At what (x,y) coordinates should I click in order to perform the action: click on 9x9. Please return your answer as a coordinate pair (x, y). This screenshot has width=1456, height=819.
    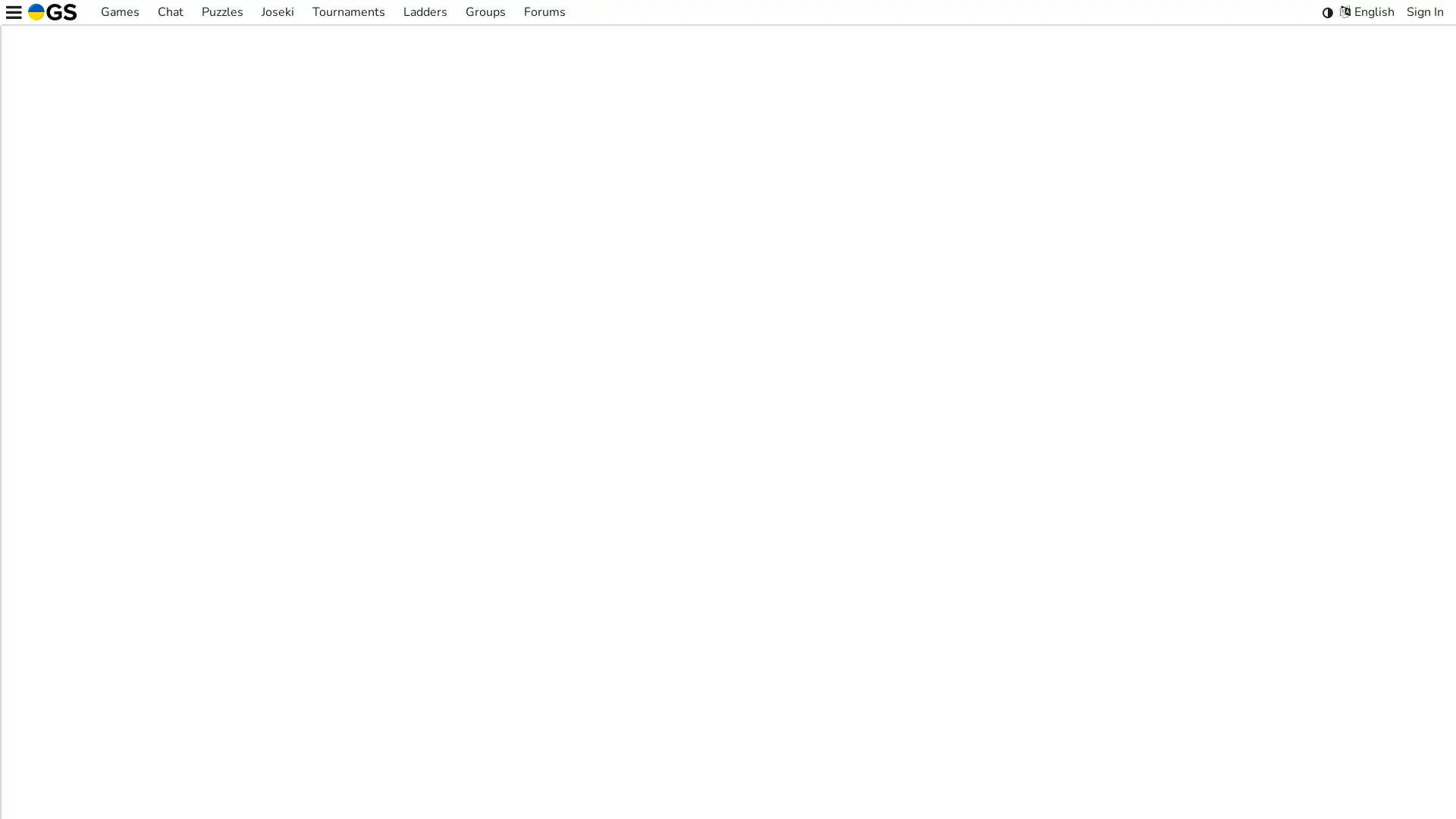
    Looking at the image, I should click on (640, 598).